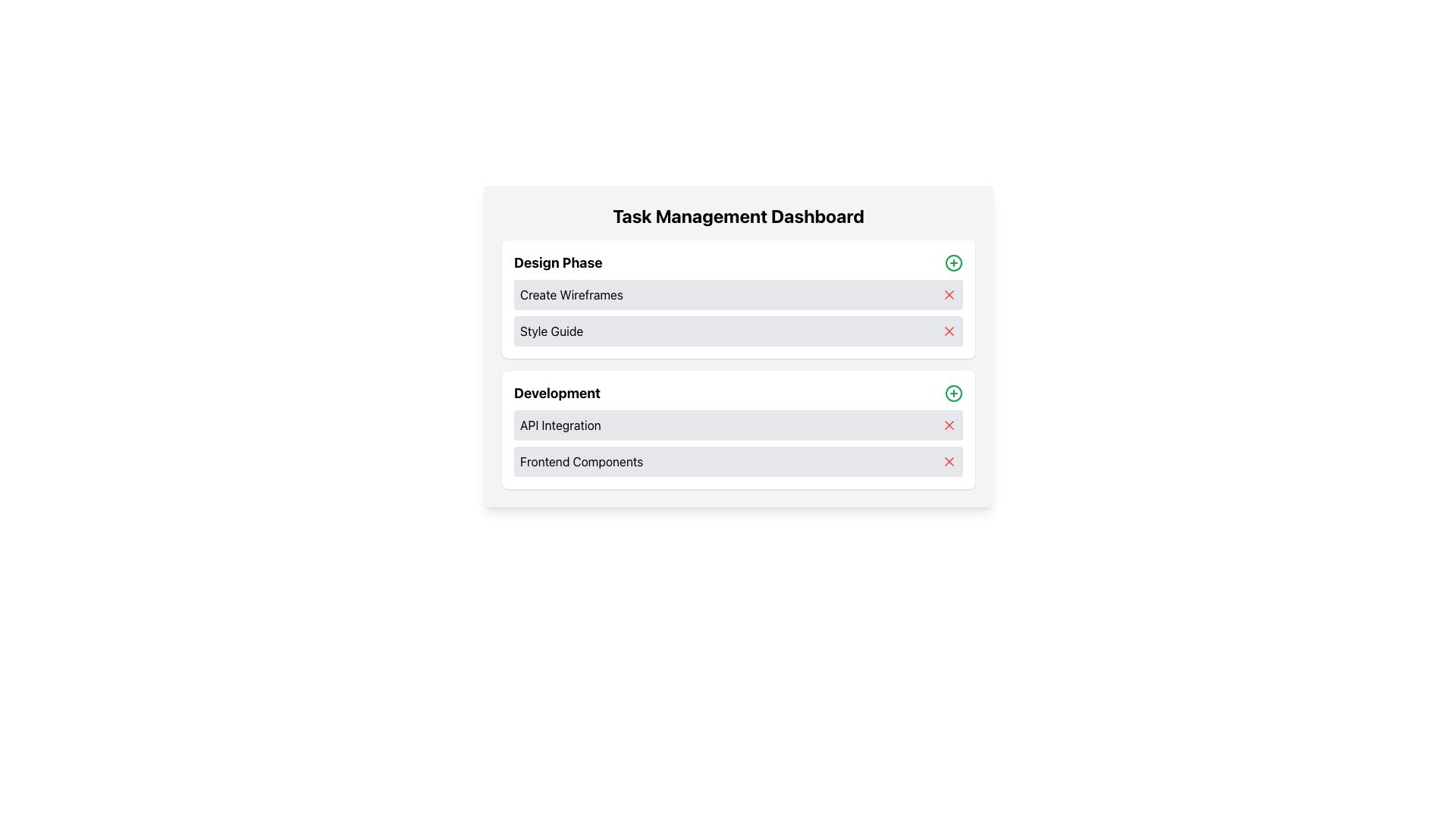 The width and height of the screenshot is (1456, 819). I want to click on the 'API Integration' and 'Frontend Components' row in the Development section of the Task Management Dashboard, so click(739, 444).